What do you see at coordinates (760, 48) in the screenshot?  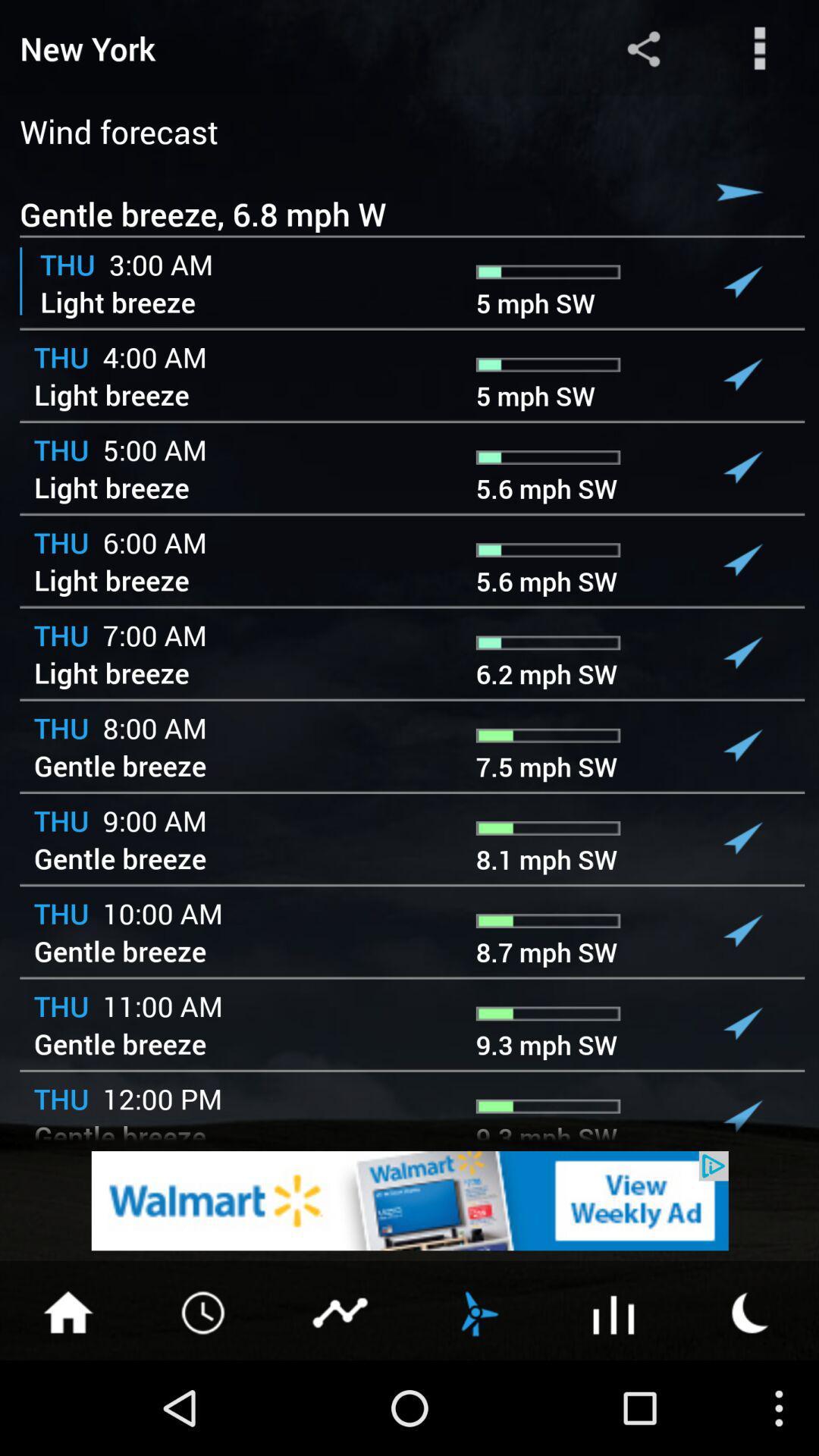 I see `settings` at bounding box center [760, 48].